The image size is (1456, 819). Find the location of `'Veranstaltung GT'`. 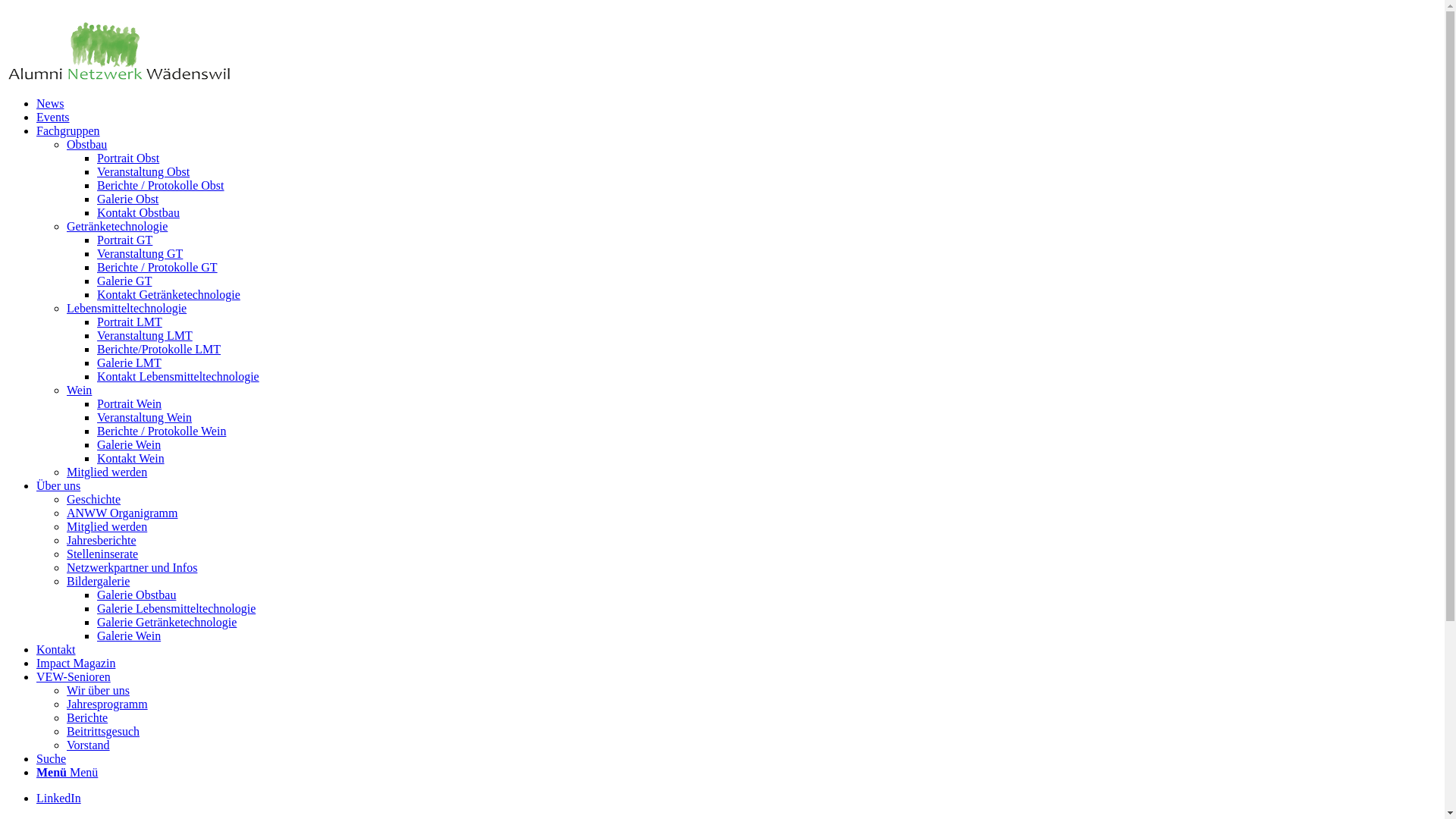

'Veranstaltung GT' is located at coordinates (140, 253).